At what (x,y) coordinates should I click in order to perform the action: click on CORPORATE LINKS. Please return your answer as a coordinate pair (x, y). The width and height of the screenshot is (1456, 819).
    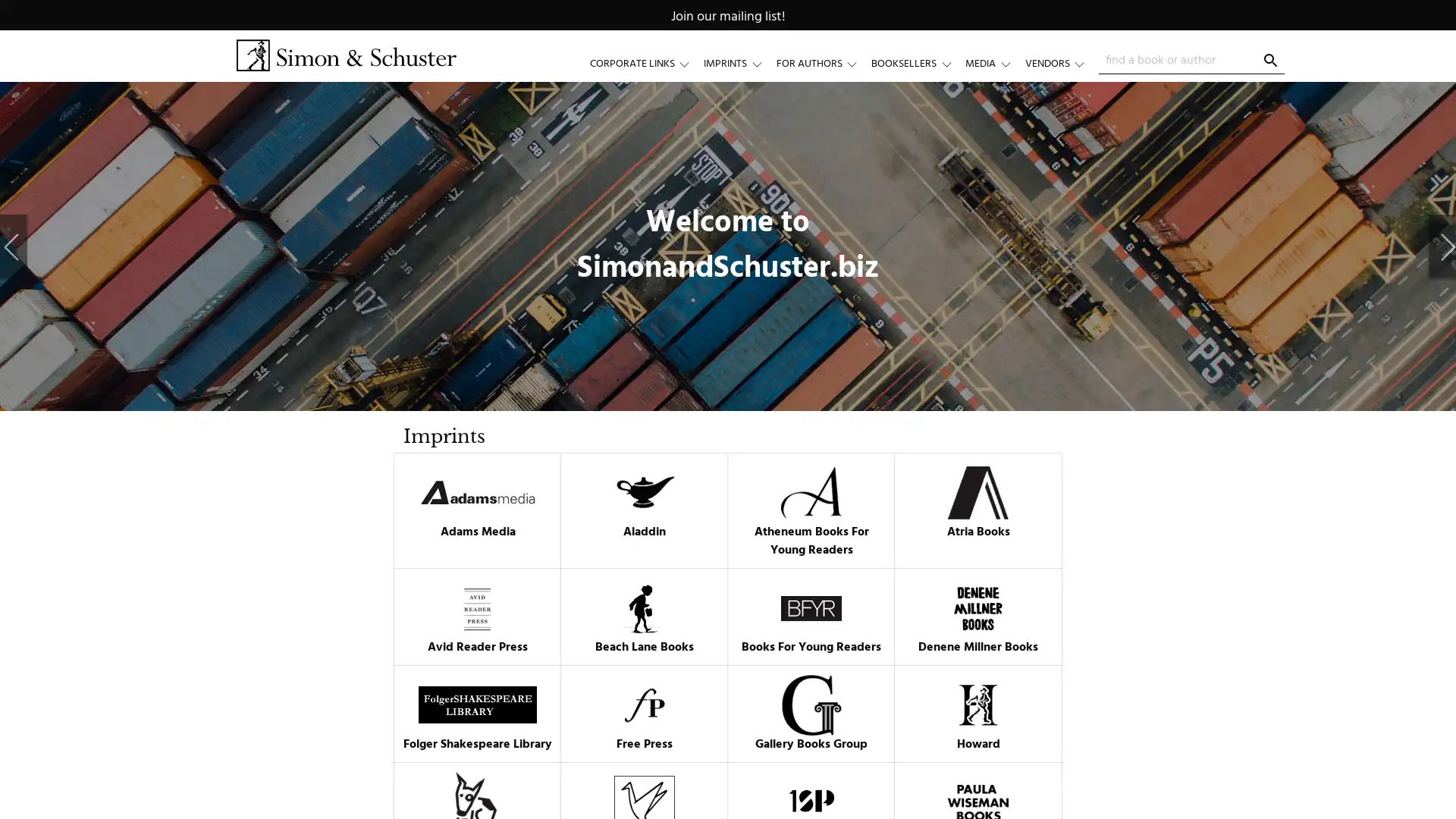
    Looking at the image, I should click on (646, 63).